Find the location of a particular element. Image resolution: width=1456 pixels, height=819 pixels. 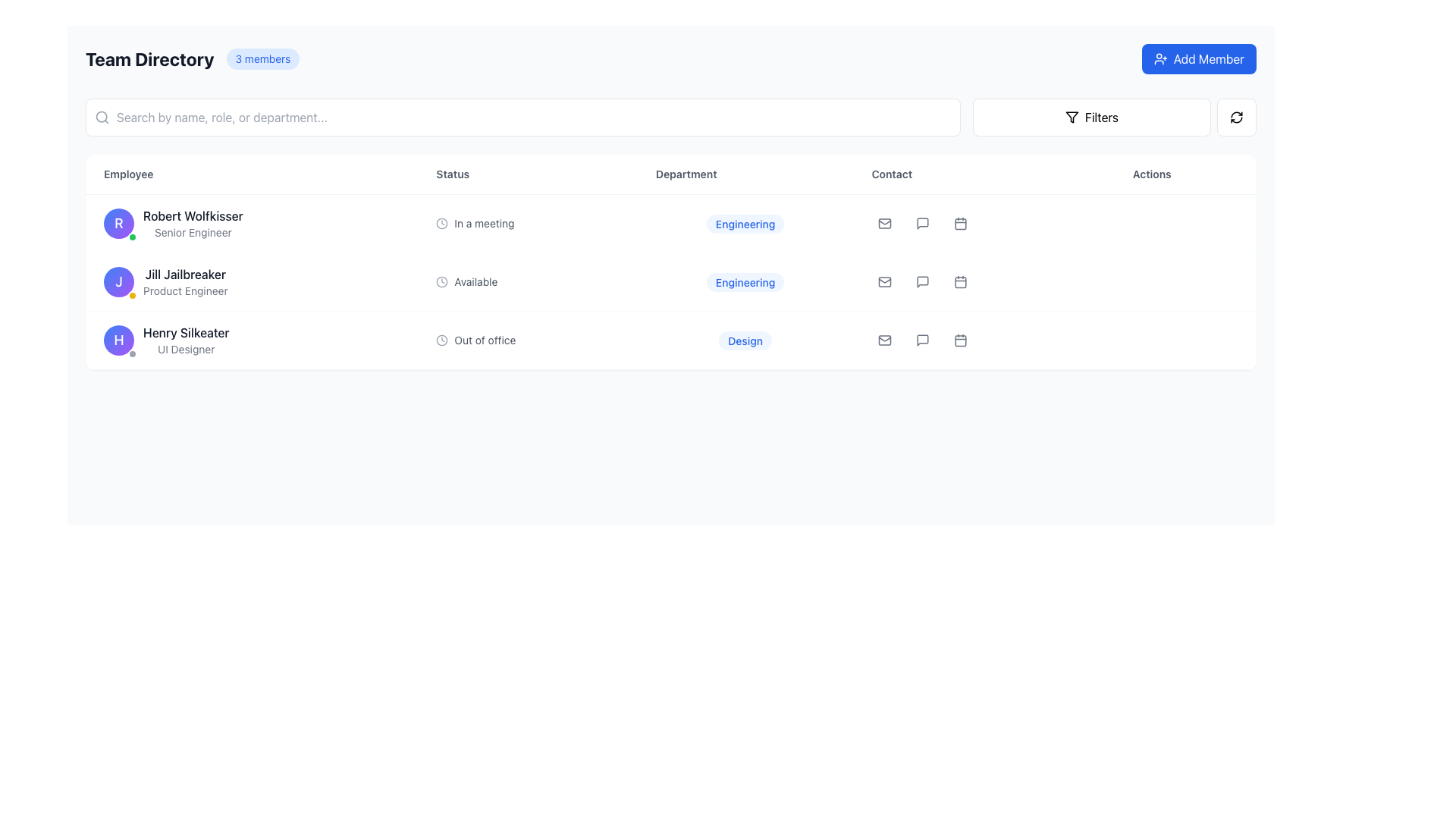

the static text label 'Senior Engineer' that is positioned directly below 'Robert Wolfkisser' in the Team Directory table is located at coordinates (192, 233).